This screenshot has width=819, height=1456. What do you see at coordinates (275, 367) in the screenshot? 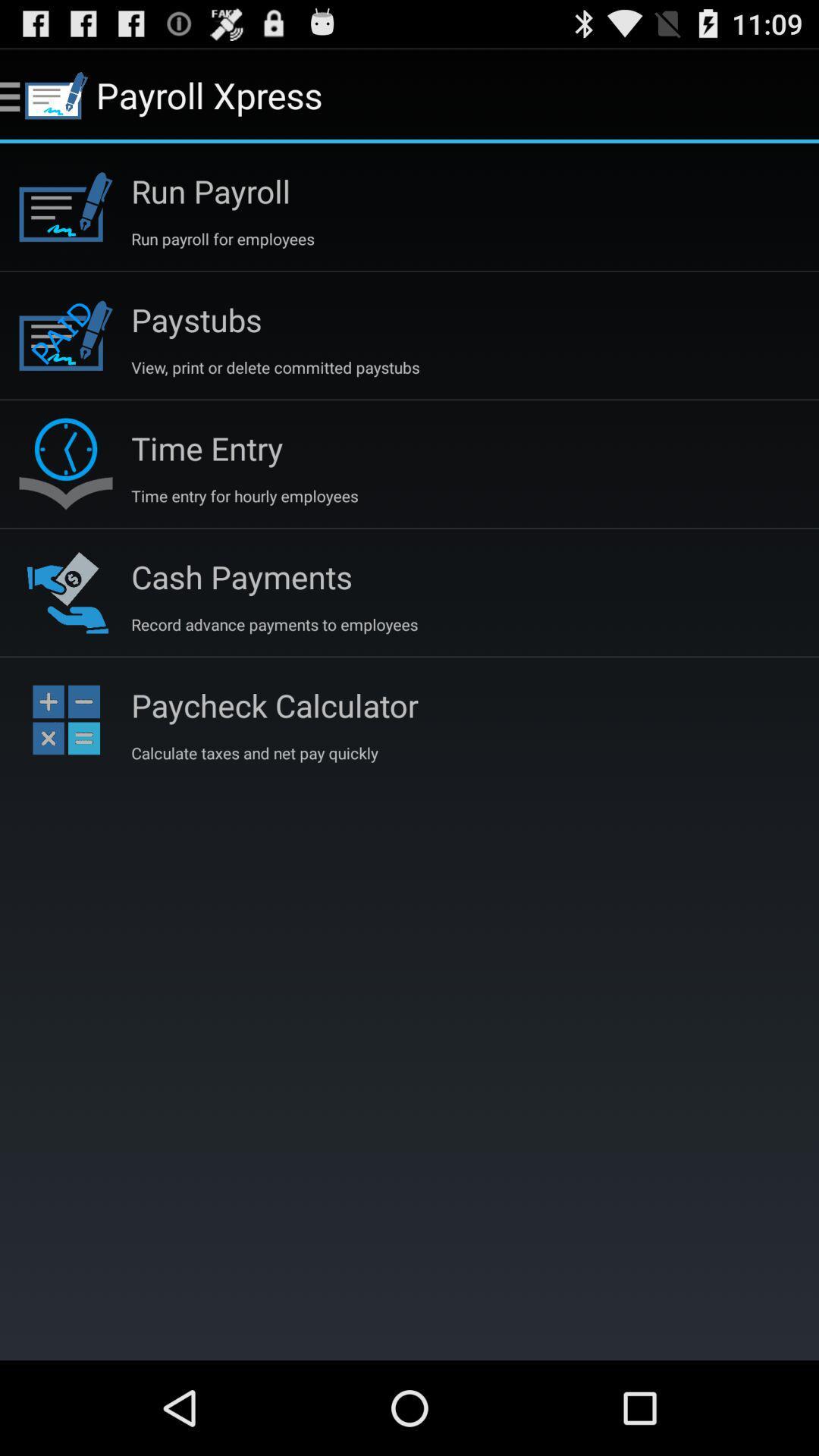
I see `the icon at the top` at bounding box center [275, 367].